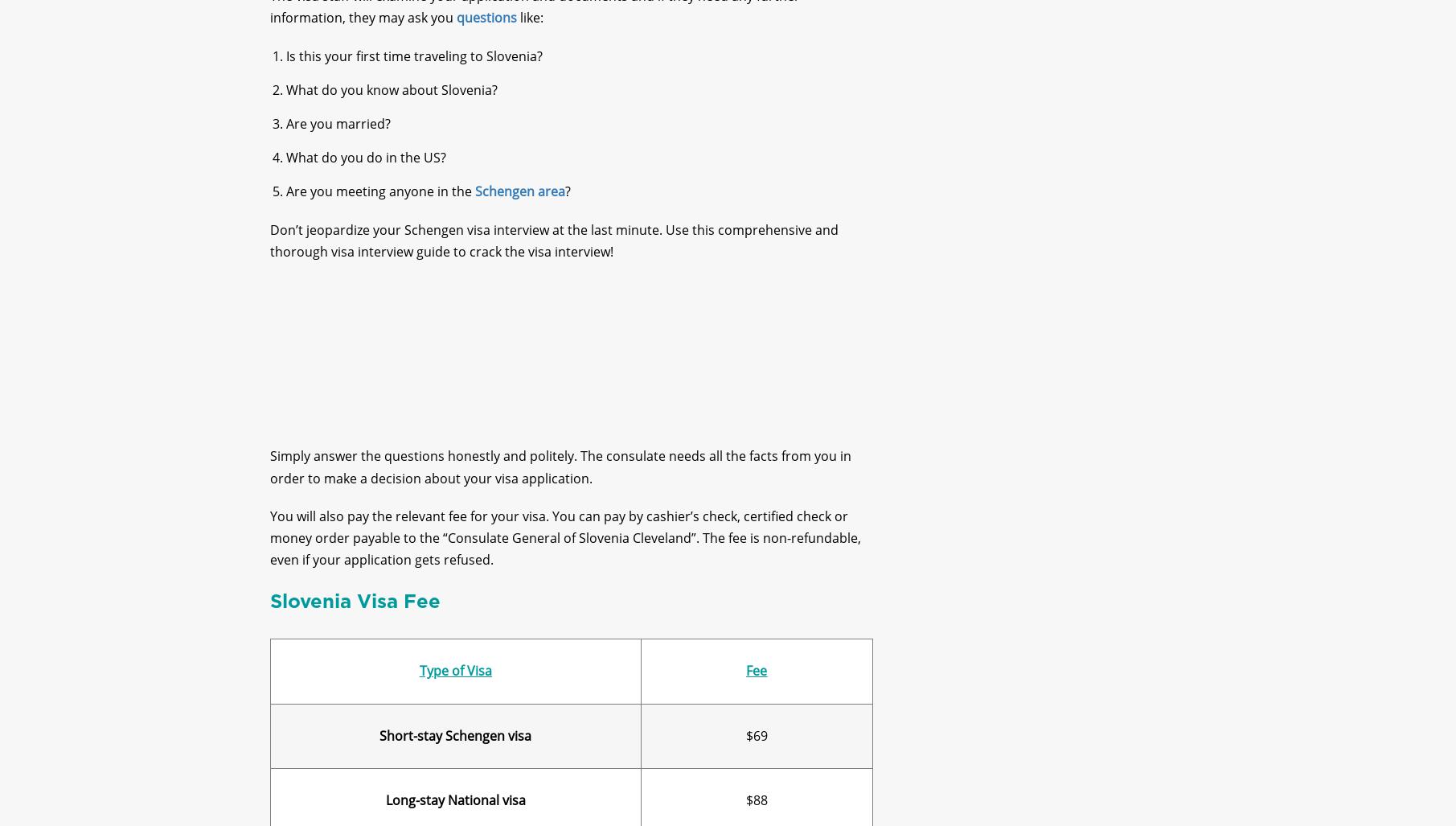  Describe the element at coordinates (755, 748) in the screenshot. I see `'$69'` at that location.